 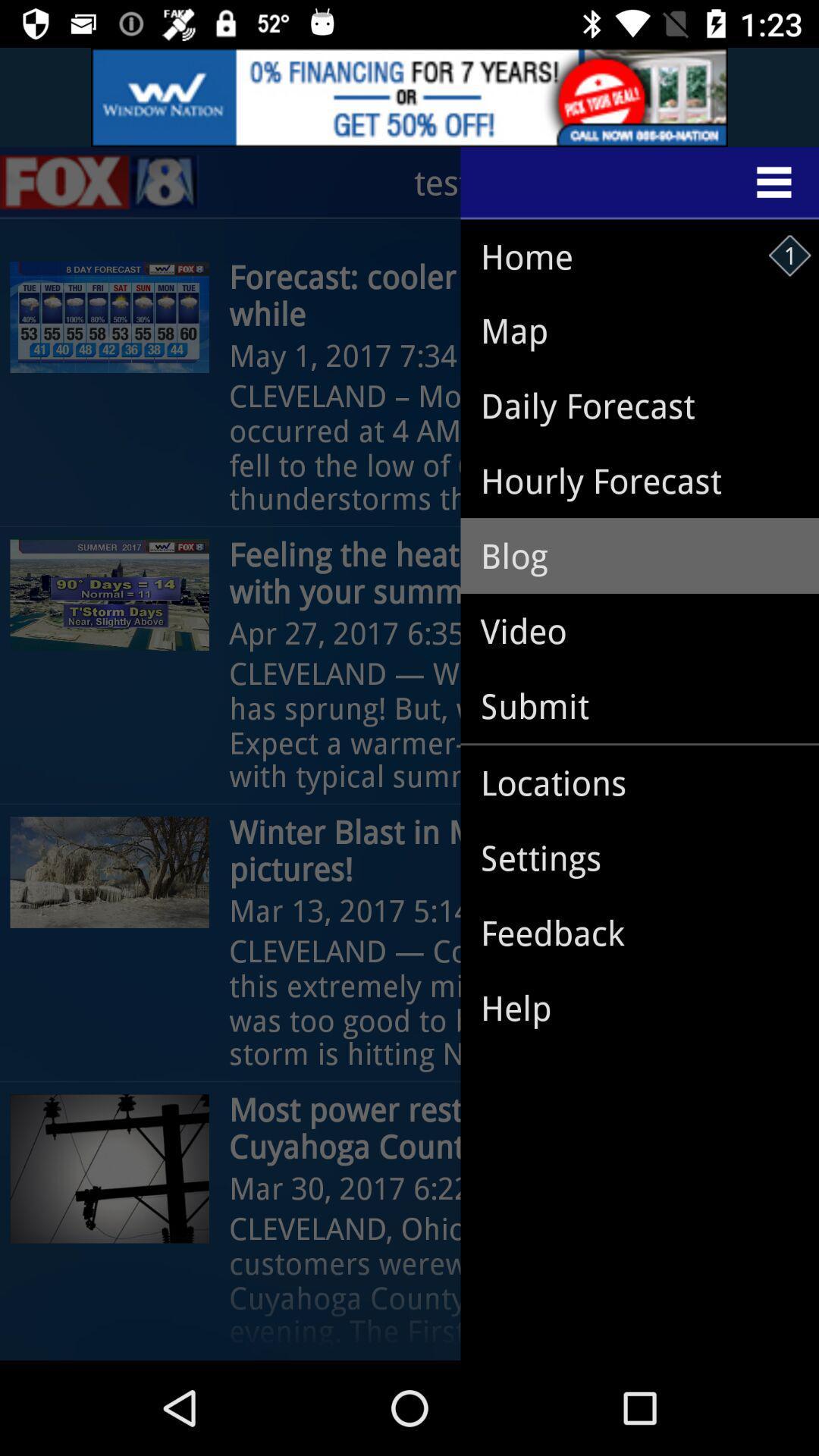 What do you see at coordinates (99, 182) in the screenshot?
I see `the sliders icon` at bounding box center [99, 182].